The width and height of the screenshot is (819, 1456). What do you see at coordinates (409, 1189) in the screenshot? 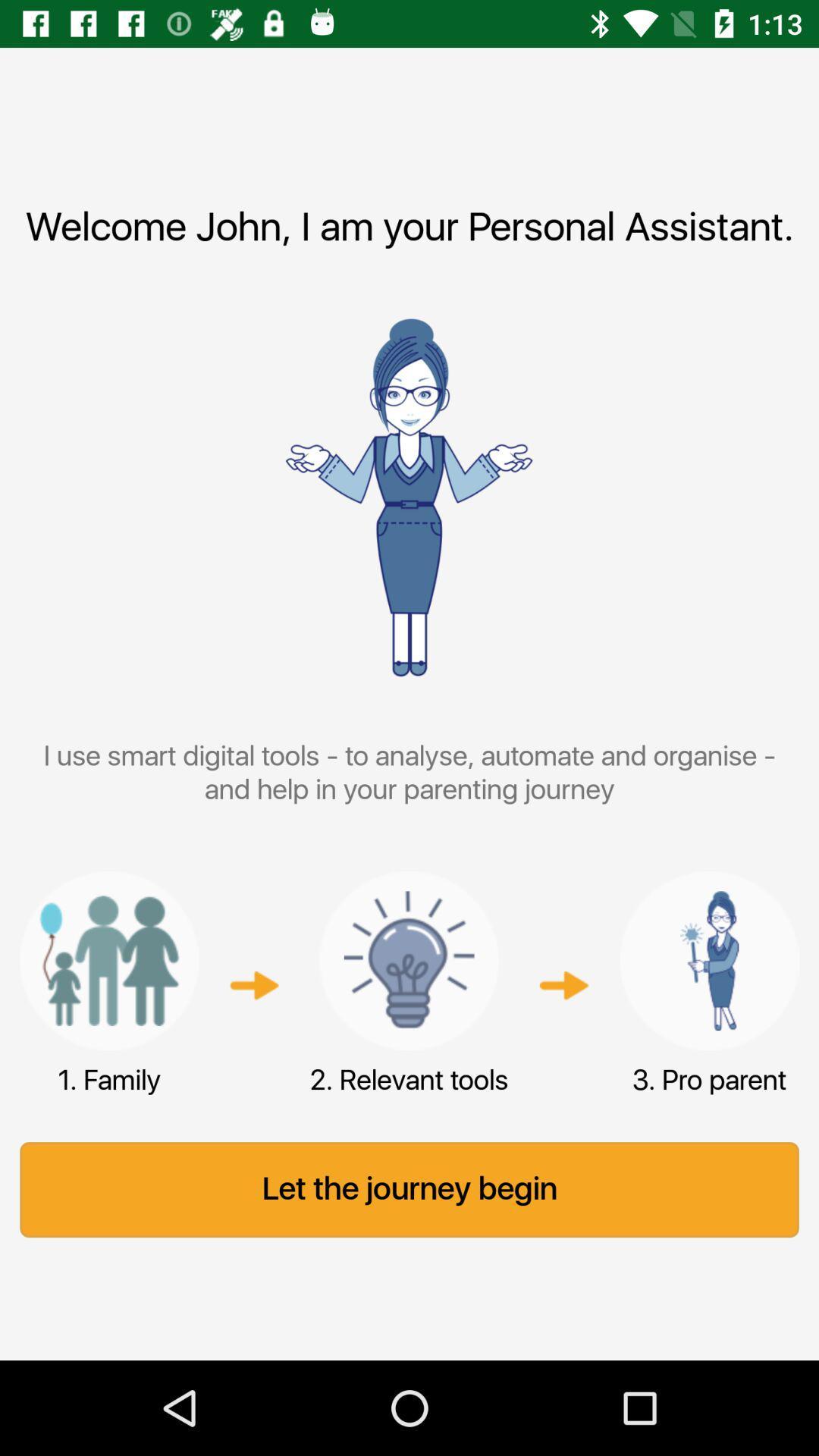
I see `let the journey icon` at bounding box center [409, 1189].